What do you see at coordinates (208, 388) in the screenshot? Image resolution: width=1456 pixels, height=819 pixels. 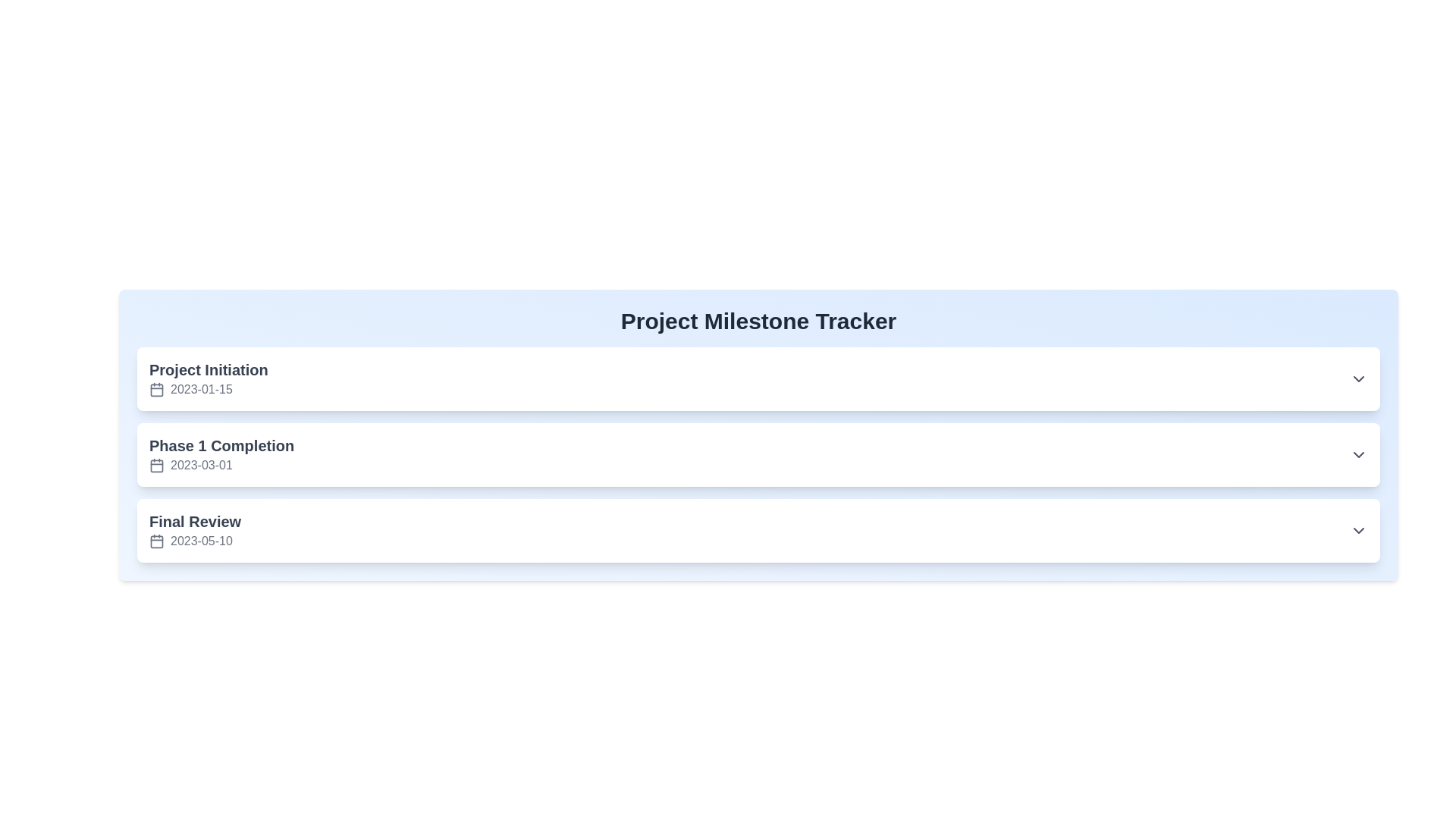 I see `the date element displaying '2023-01-15' with the accompanying calendar icon, located below the heading 'Project Initiation'` at bounding box center [208, 388].